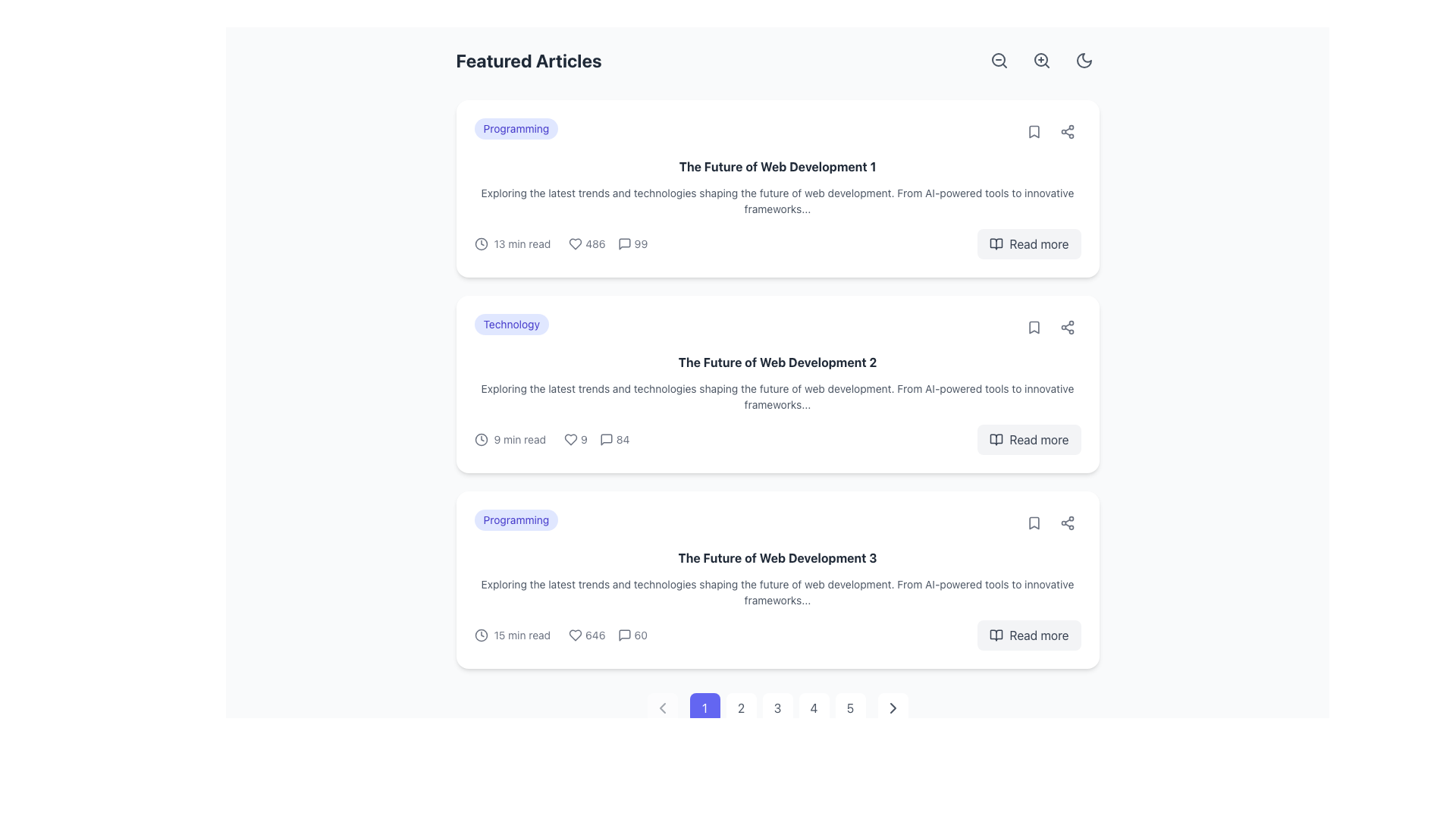 The image size is (1456, 819). What do you see at coordinates (623, 439) in the screenshot?
I see `the small gray text label displaying the number '84', which shows supplementary numeric information next to the speech bubble icon in the second article entry under the 'Featured Articles' section` at bounding box center [623, 439].